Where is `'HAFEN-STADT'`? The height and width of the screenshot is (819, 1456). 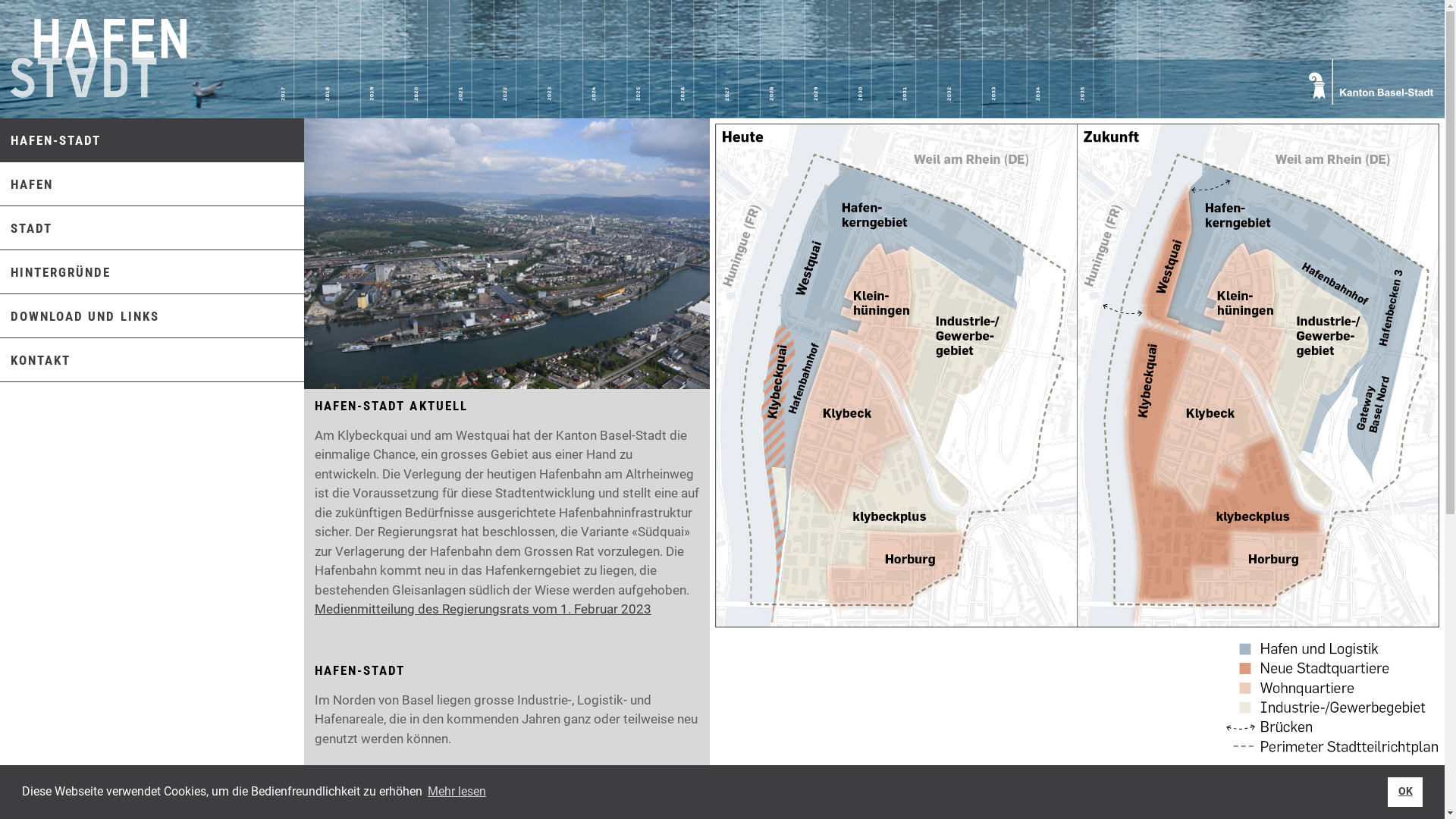 'HAFEN-STADT' is located at coordinates (50, 140).